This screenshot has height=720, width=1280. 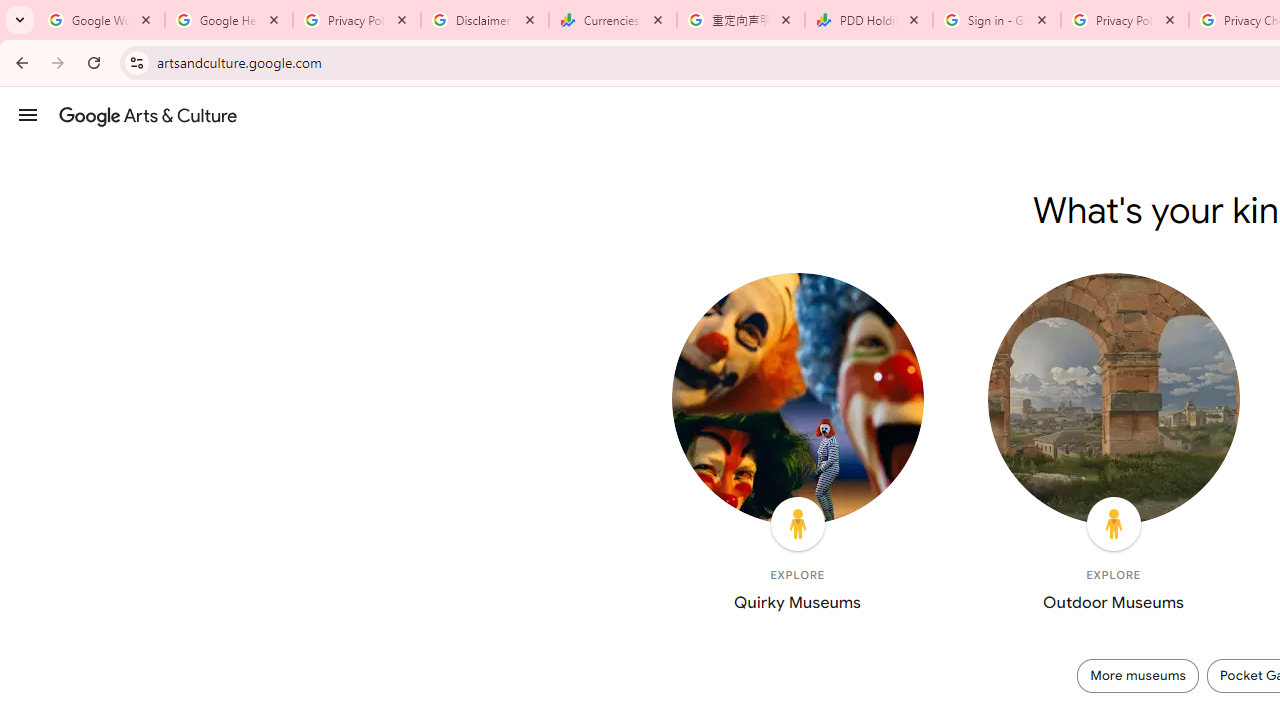 I want to click on 'More museums', so click(x=1138, y=675).